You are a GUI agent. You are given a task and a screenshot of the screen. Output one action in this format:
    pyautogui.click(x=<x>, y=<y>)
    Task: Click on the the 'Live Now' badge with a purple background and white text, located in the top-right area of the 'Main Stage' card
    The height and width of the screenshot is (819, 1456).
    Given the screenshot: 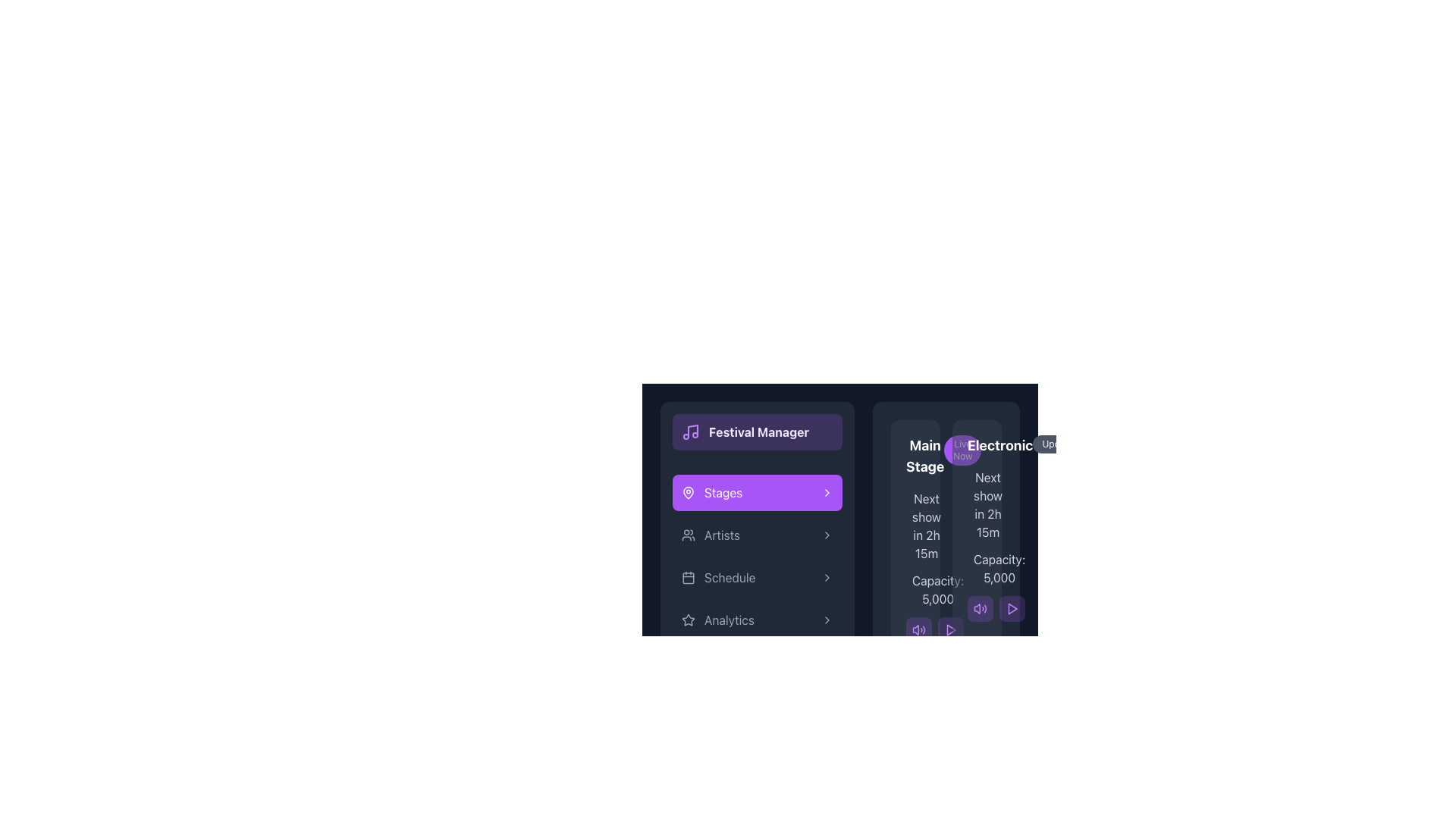 What is the action you would take?
    pyautogui.click(x=962, y=450)
    